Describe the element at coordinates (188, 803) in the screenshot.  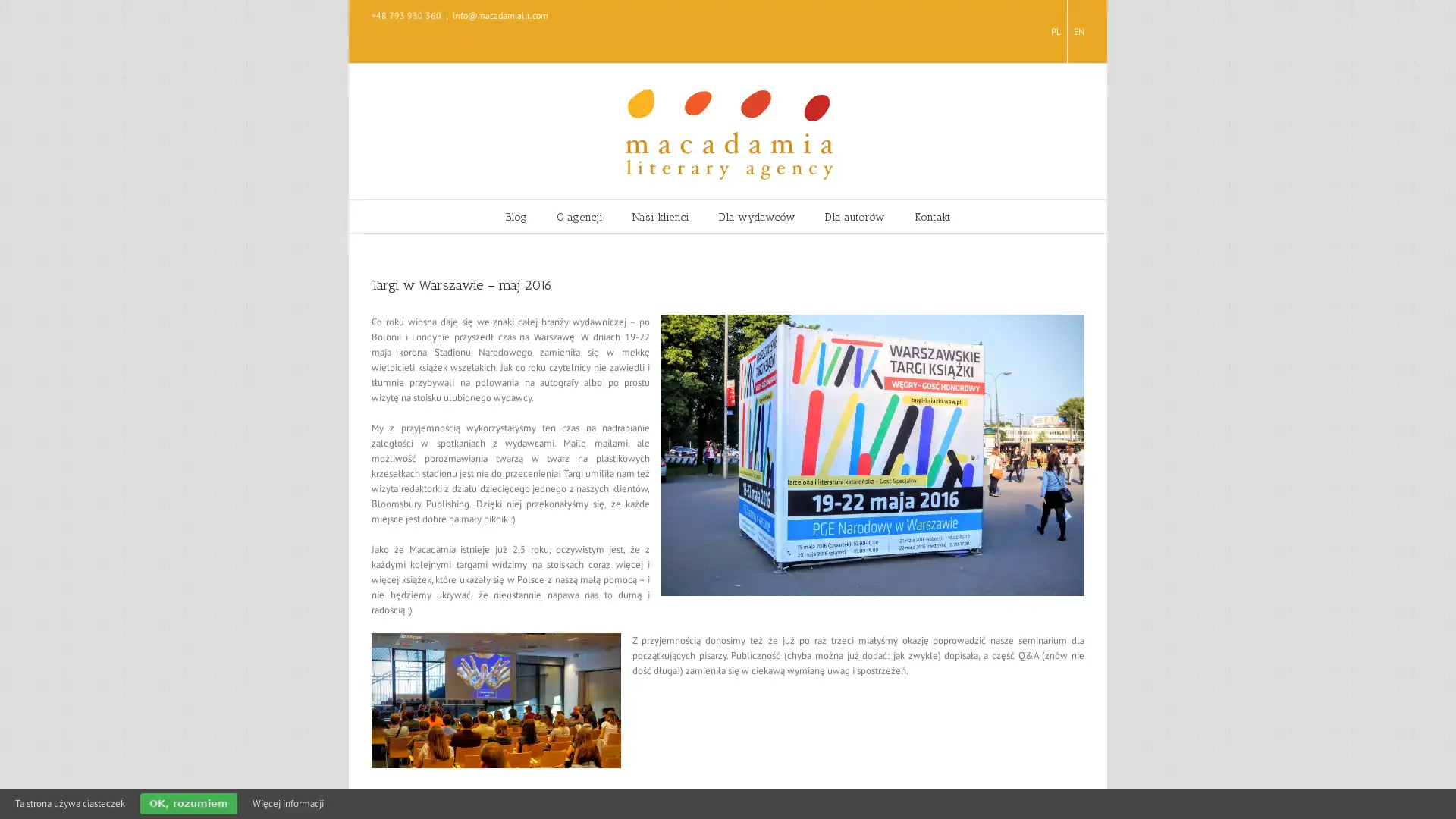
I see `OK, rozumiem` at that location.